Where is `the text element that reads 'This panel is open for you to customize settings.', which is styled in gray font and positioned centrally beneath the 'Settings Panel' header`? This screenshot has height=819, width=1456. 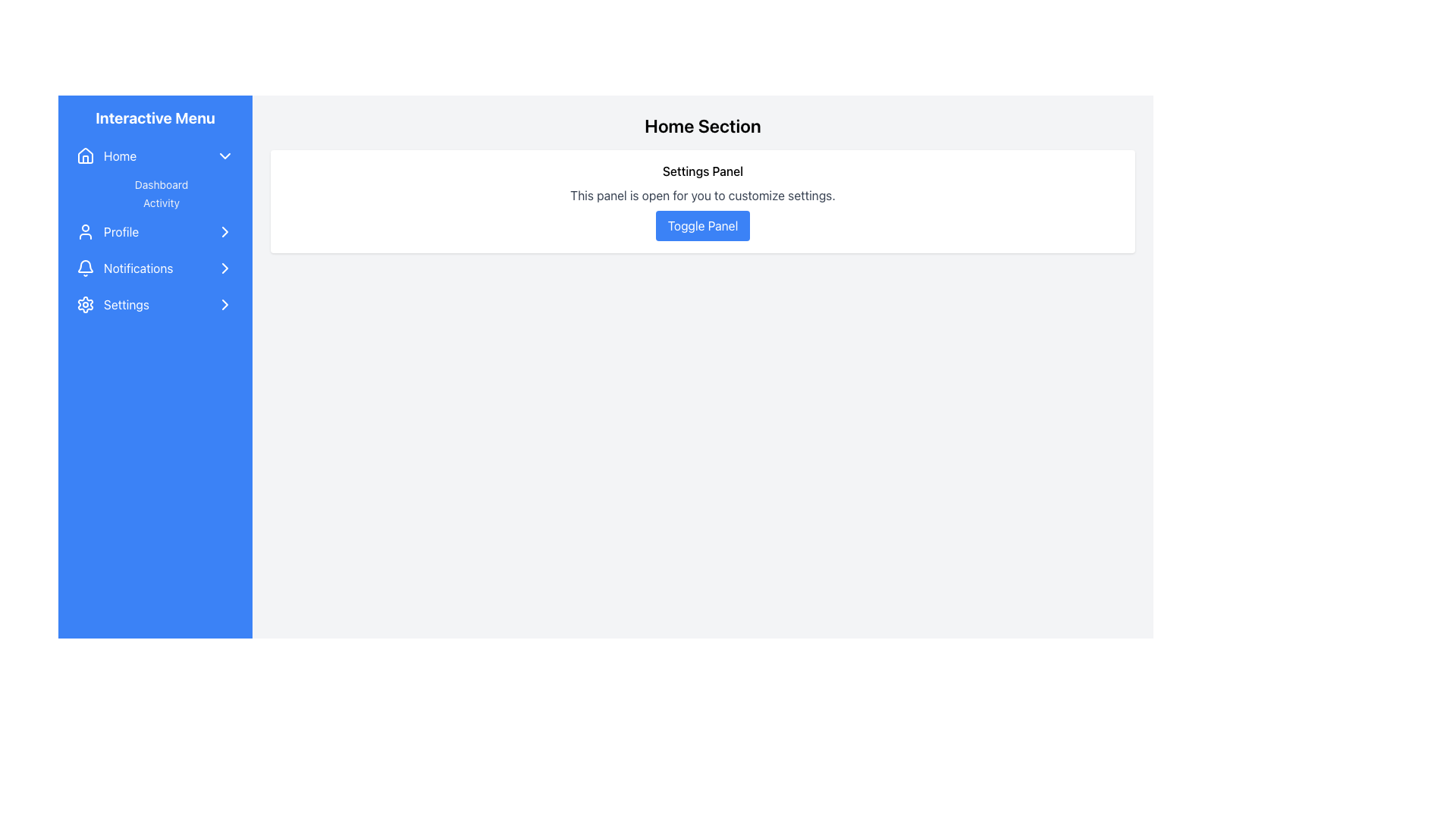 the text element that reads 'This panel is open for you to customize settings.', which is styled in gray font and positioned centrally beneath the 'Settings Panel' header is located at coordinates (701, 195).